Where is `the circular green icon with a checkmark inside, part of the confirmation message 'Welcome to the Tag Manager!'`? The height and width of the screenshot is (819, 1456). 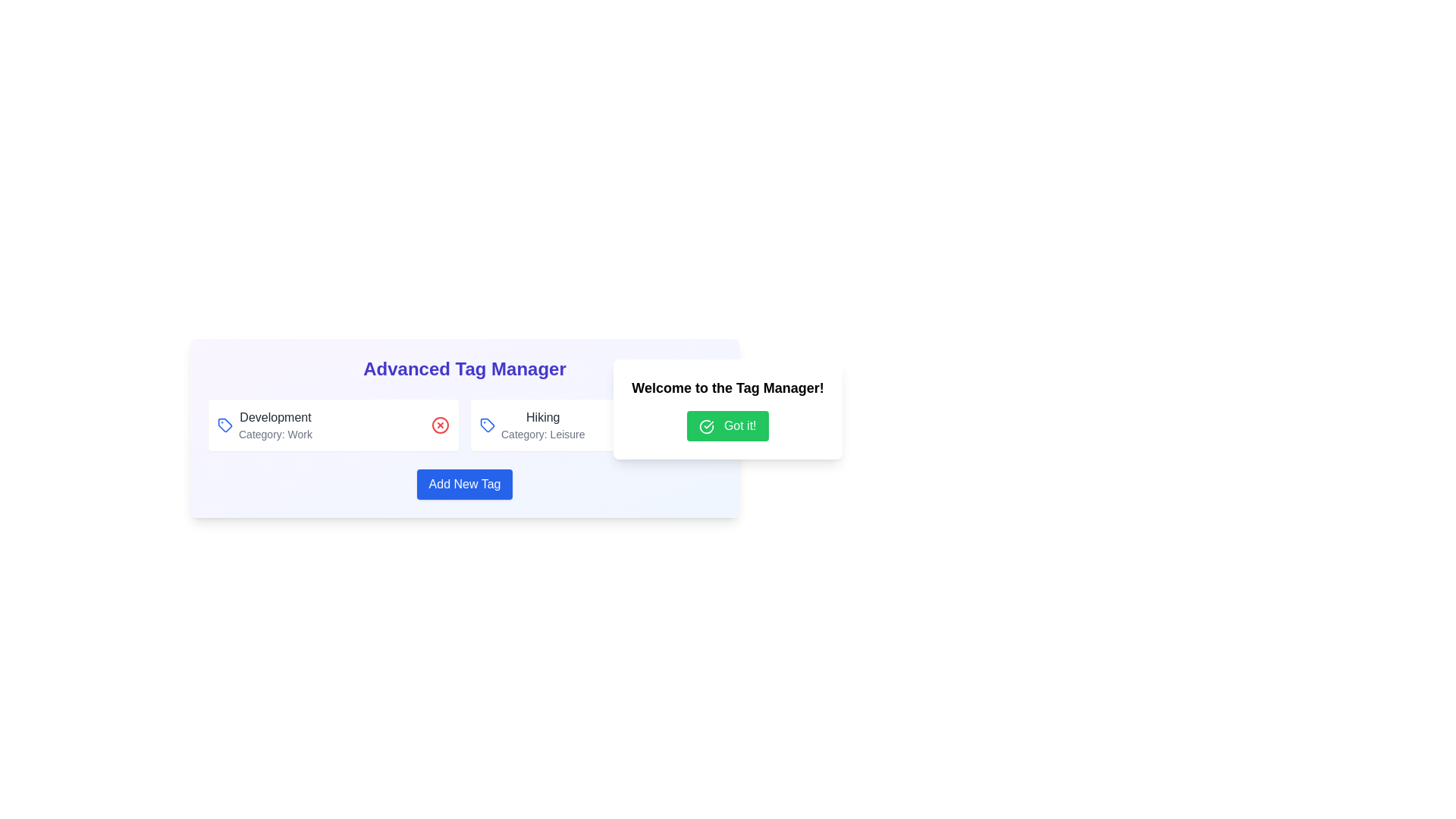 the circular green icon with a checkmark inside, part of the confirmation message 'Welcome to the Tag Manager!' is located at coordinates (706, 426).